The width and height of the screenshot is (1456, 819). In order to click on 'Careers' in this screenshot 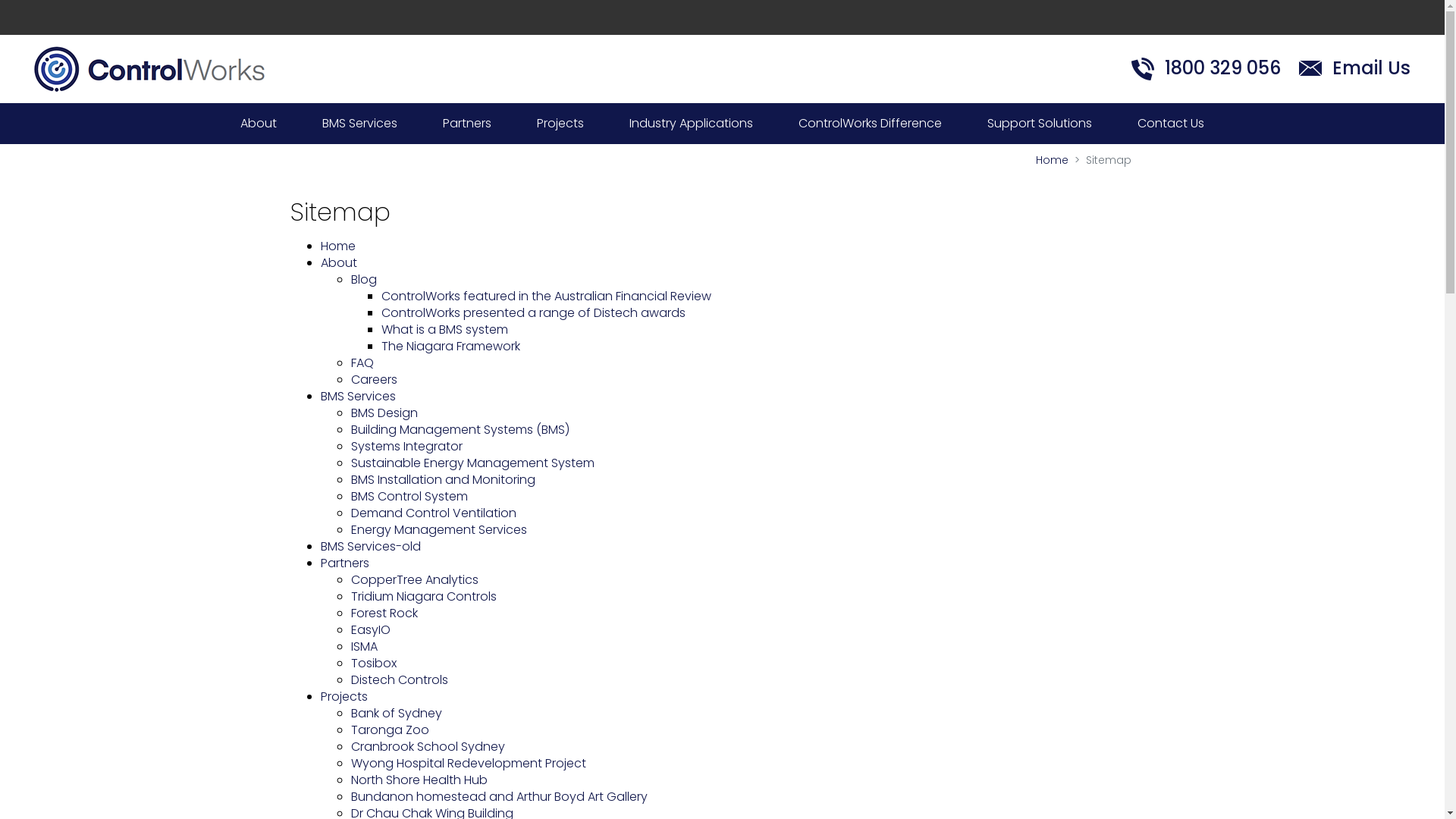, I will do `click(373, 378)`.